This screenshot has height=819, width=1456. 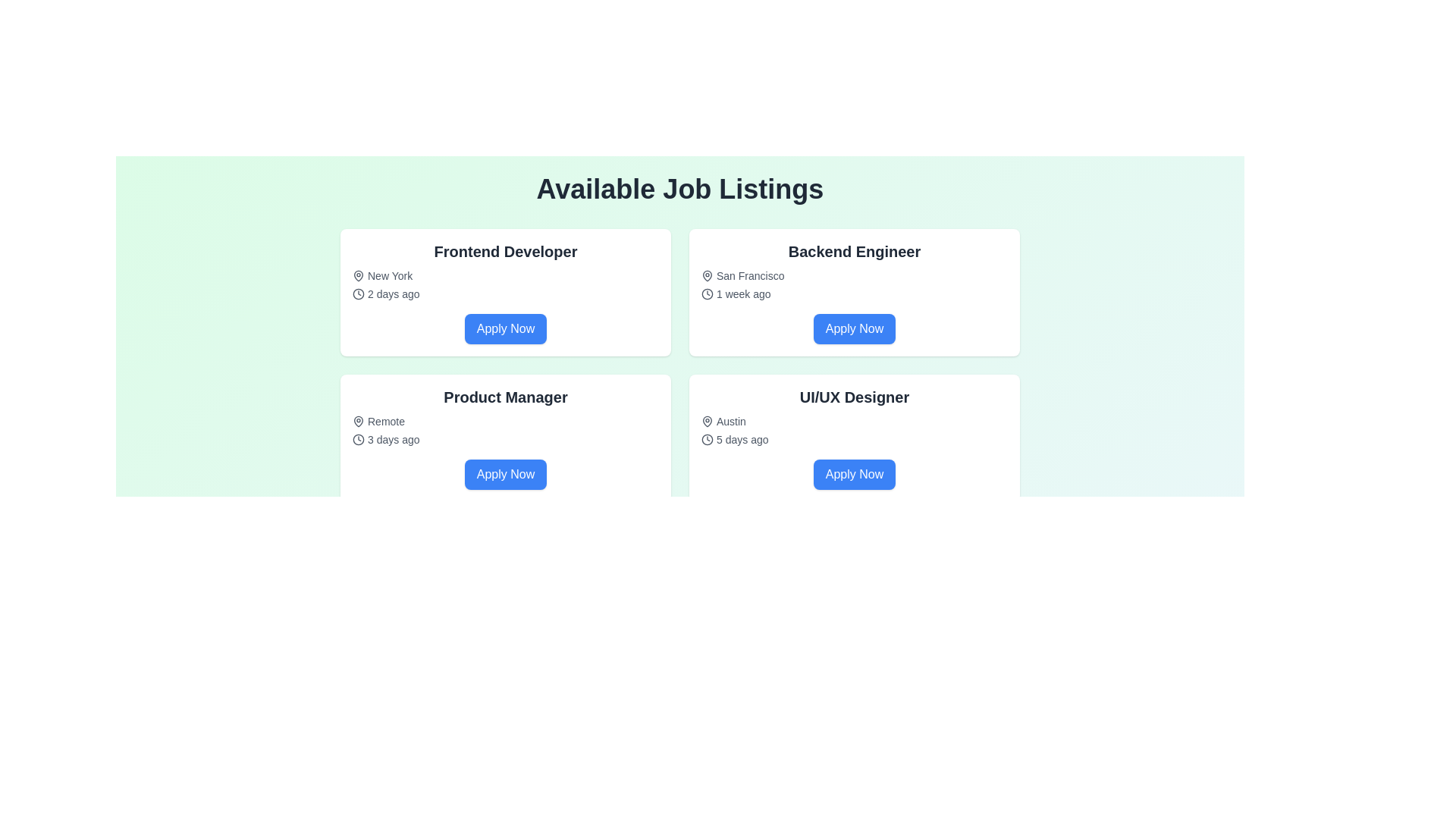 What do you see at coordinates (855, 250) in the screenshot?
I see `the static text label displaying the job title in the upper-right job listing card of the 2x2 grid layout` at bounding box center [855, 250].